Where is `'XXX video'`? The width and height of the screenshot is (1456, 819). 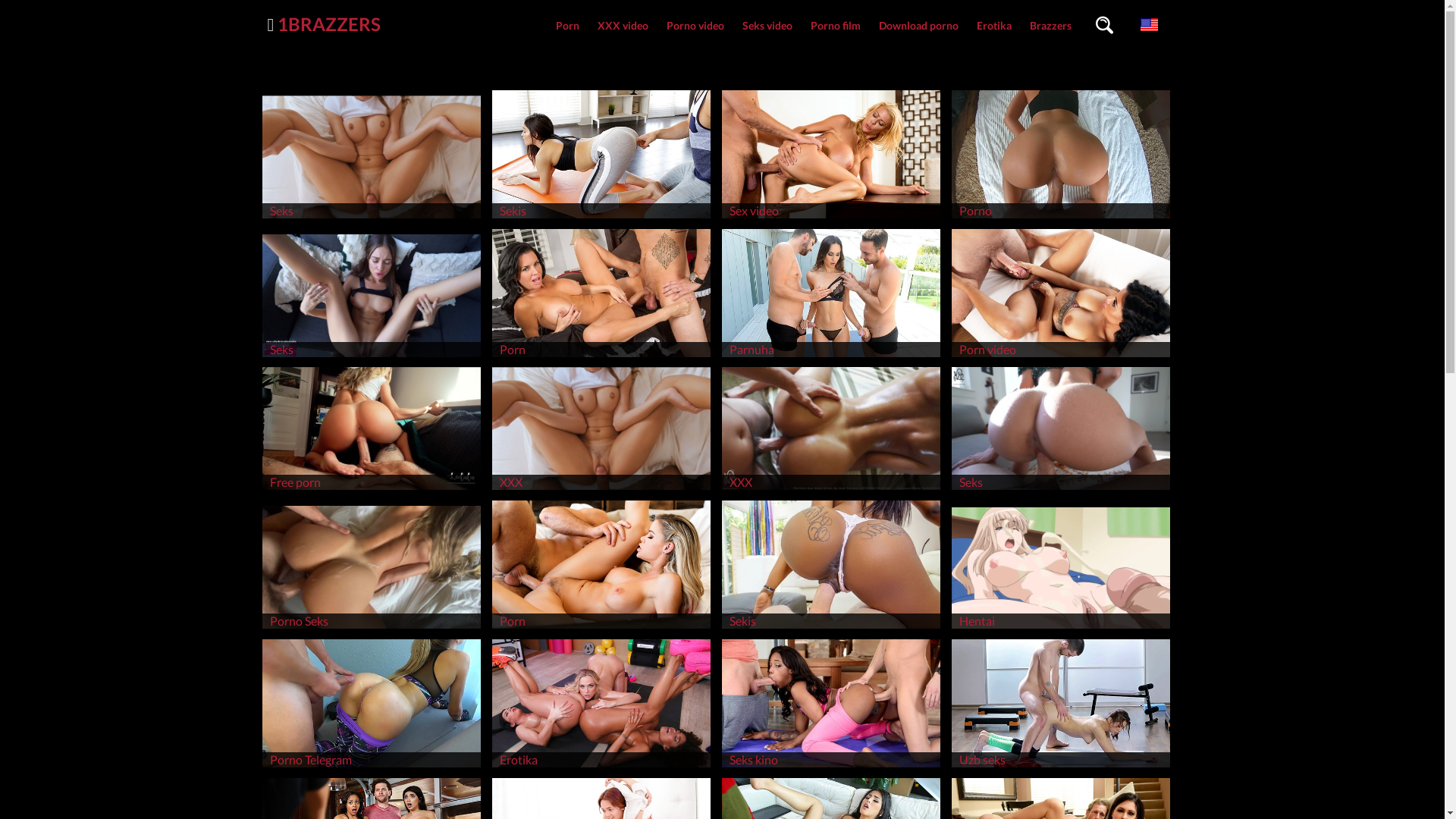
'XXX video' is located at coordinates (623, 26).